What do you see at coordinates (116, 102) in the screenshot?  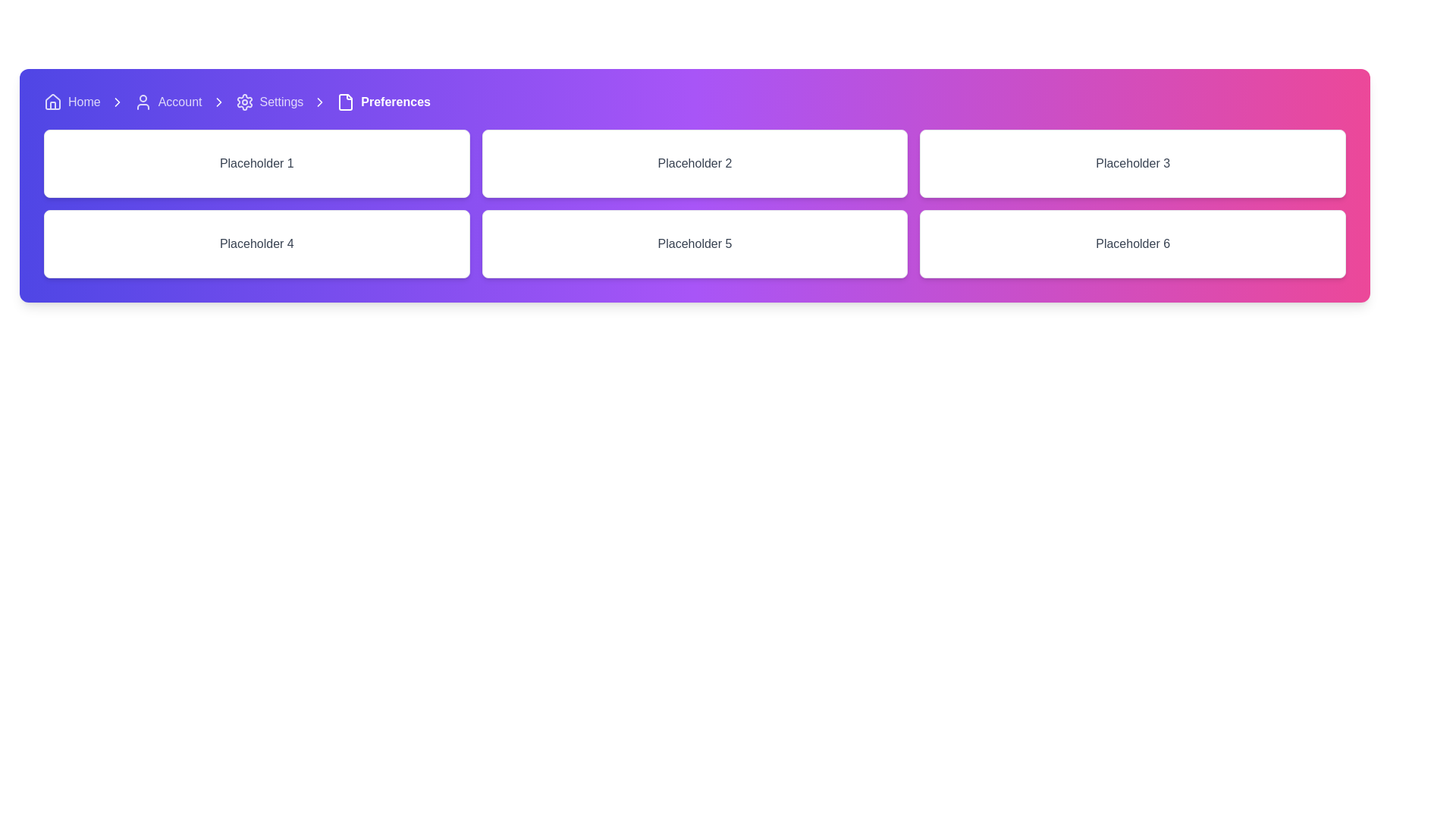 I see `the visual separator icon in the breadcrumb navigation located between the 'Settings' and 'Preferences' labels` at bounding box center [116, 102].